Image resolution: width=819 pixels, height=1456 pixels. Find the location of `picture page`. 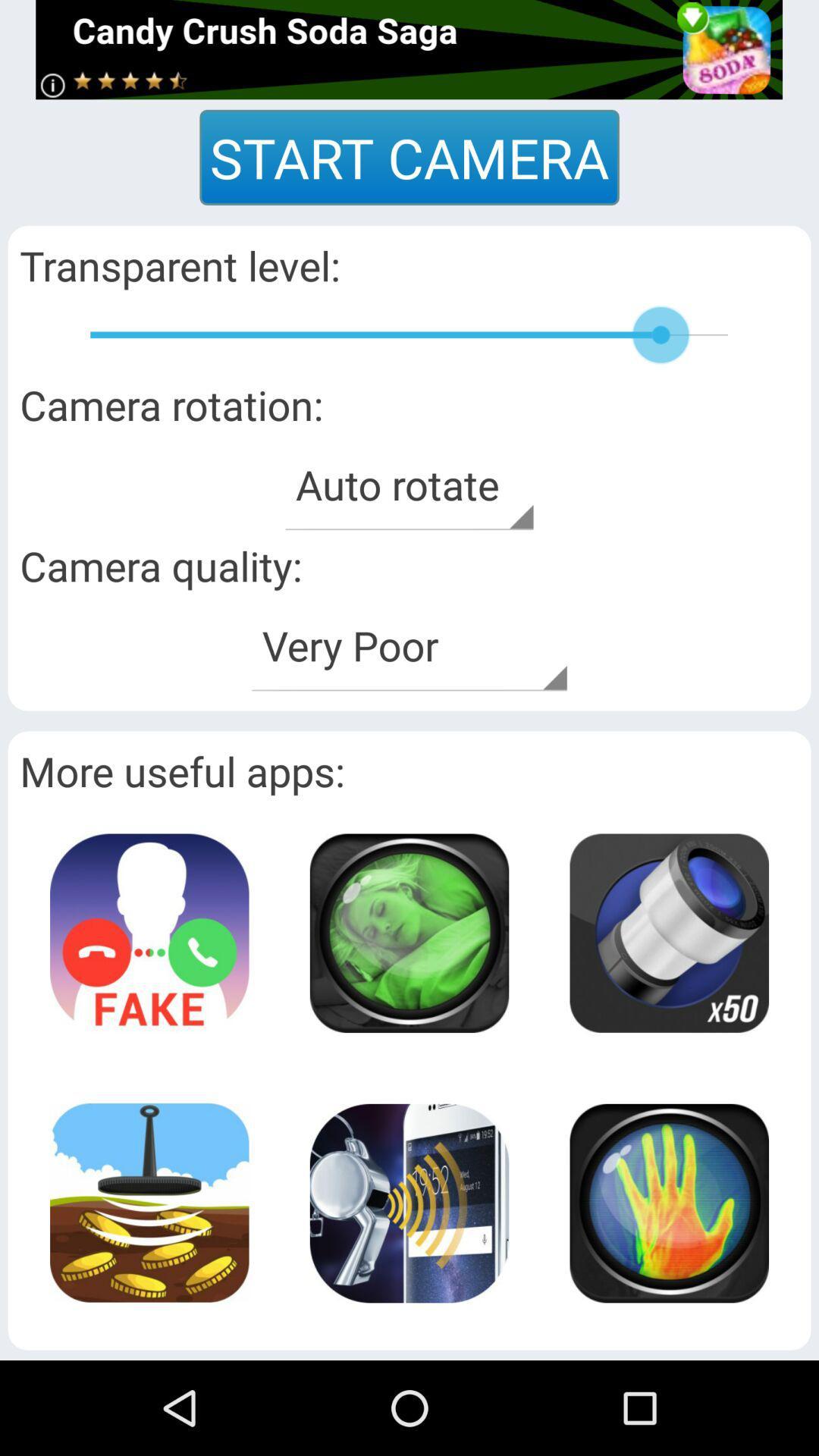

picture page is located at coordinates (149, 1202).